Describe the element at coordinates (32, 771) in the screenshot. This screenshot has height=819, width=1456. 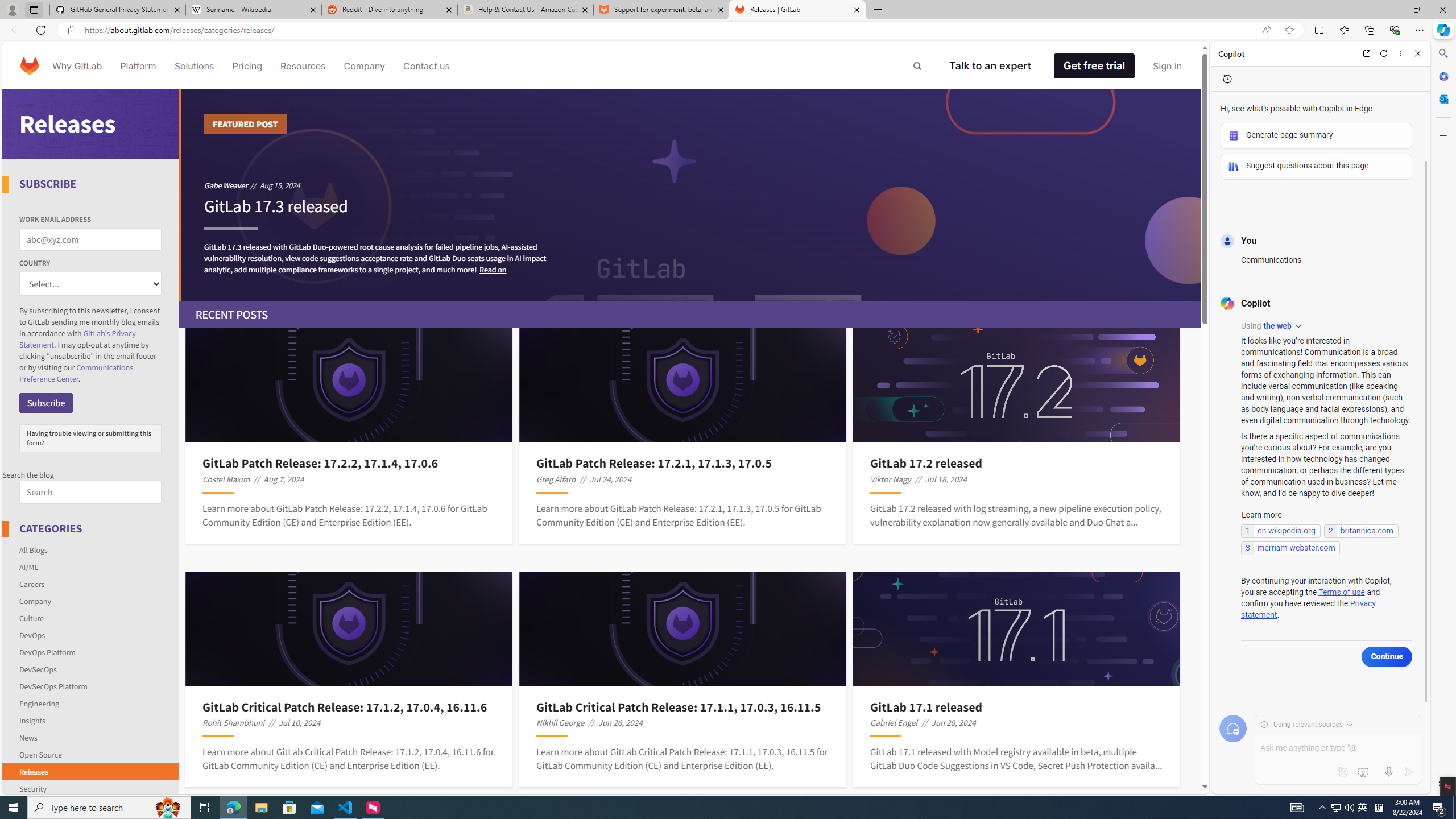
I see `'Releases'` at that location.